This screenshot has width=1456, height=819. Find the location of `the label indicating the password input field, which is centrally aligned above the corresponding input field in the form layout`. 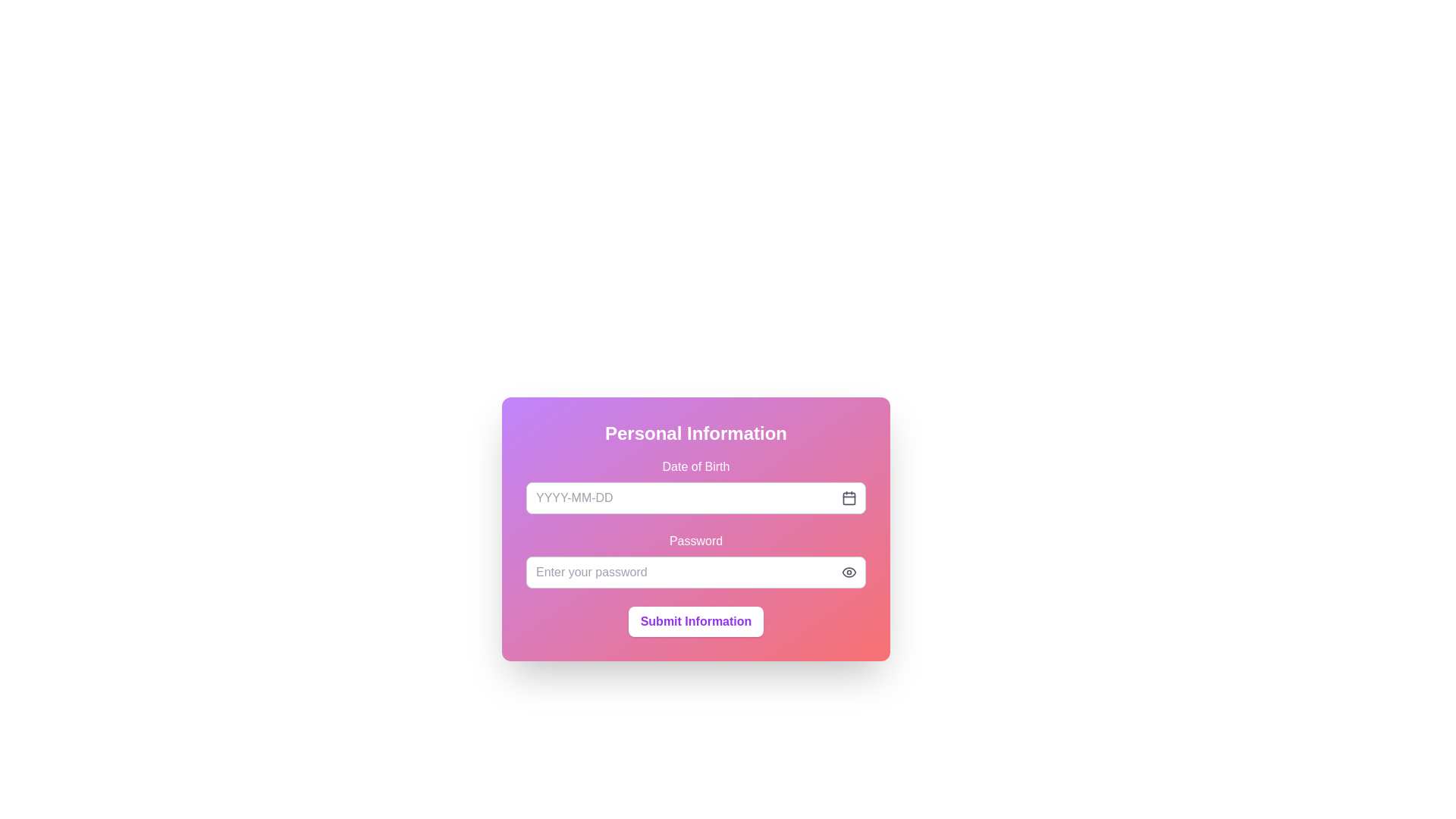

the label indicating the password input field, which is centrally aligned above the corresponding input field in the form layout is located at coordinates (695, 540).